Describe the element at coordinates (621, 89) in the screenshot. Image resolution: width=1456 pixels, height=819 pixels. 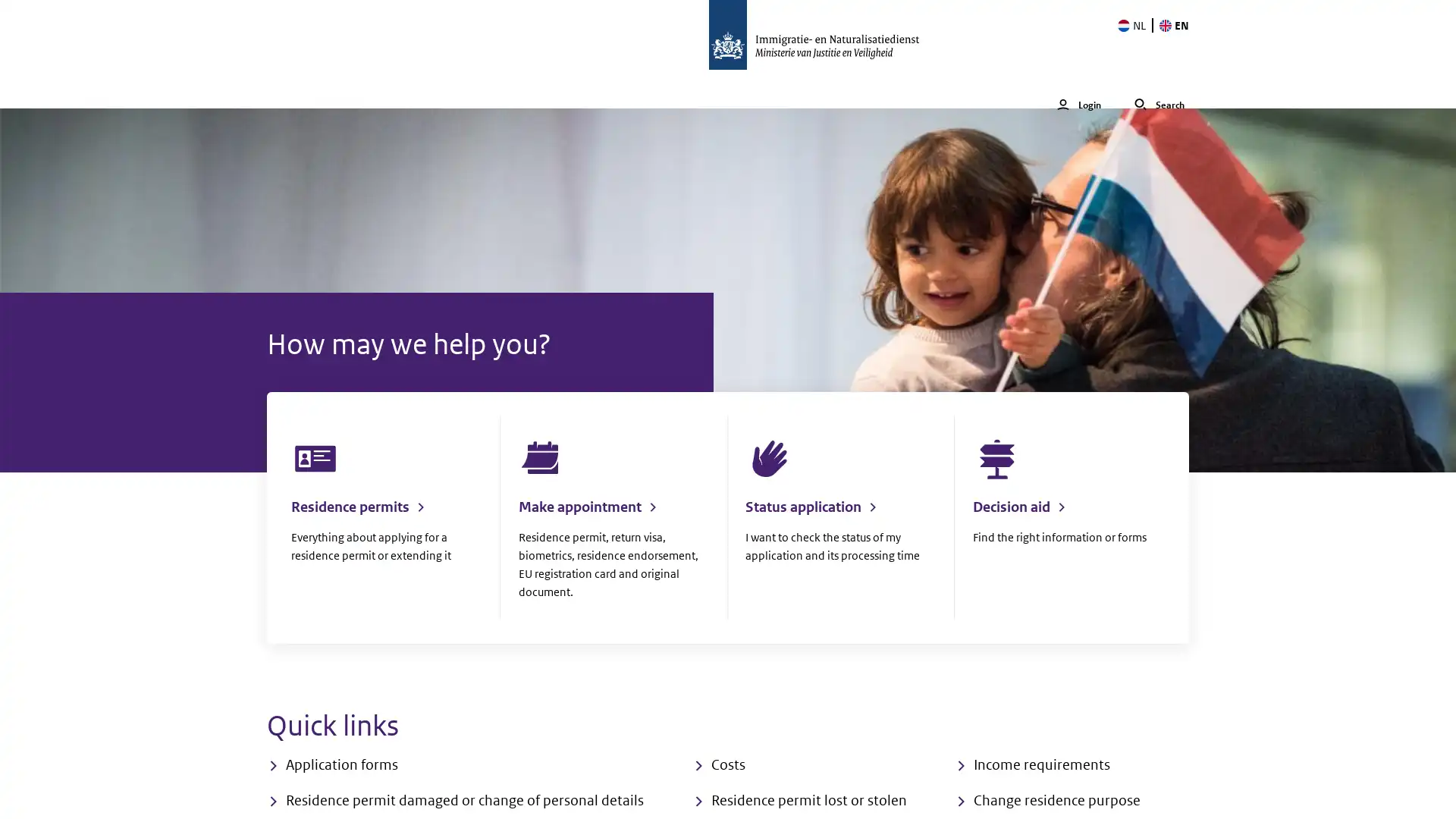
I see `About us` at that location.